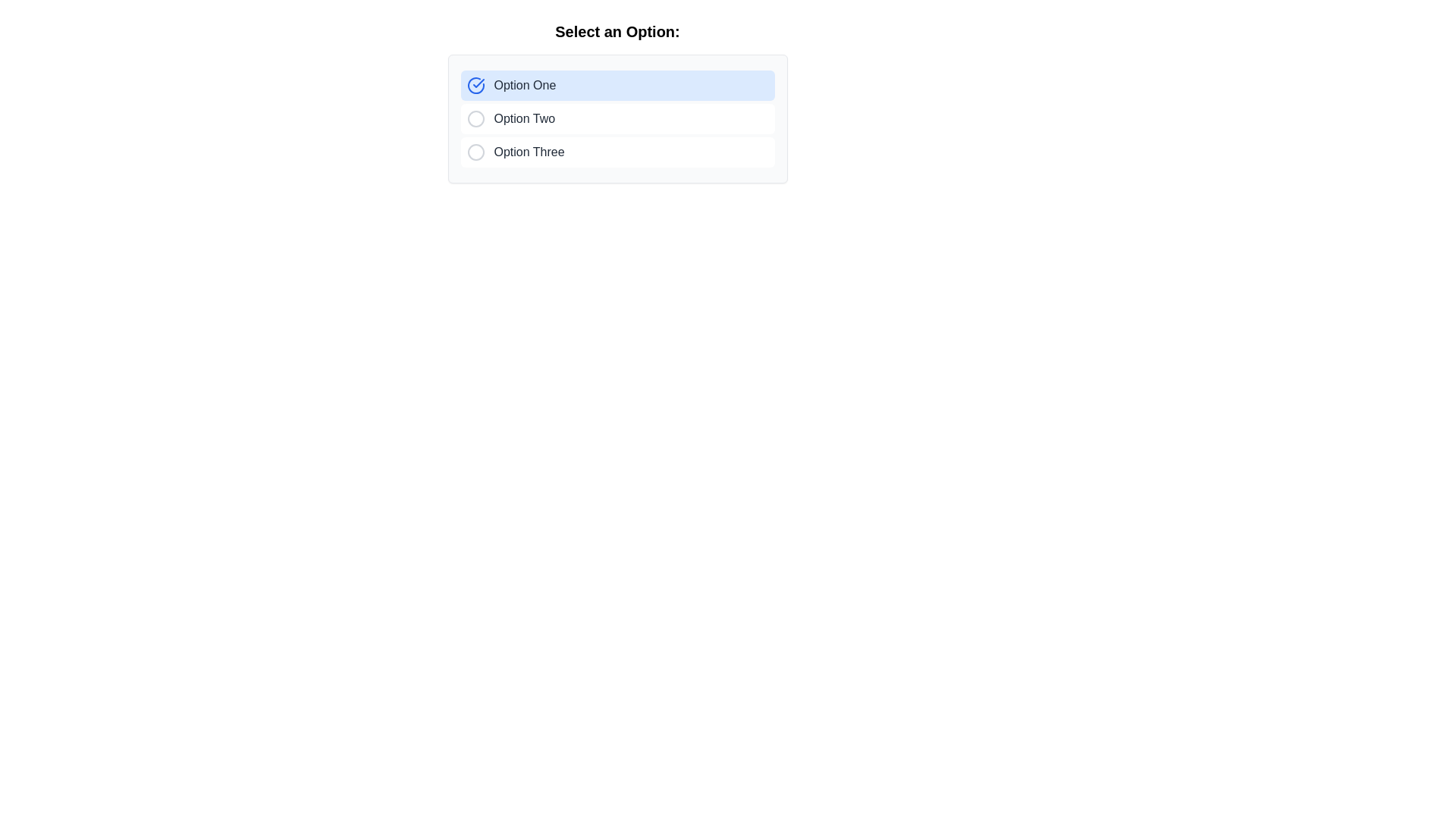  I want to click on the first selectable list item labeled 'Option One', so click(617, 102).